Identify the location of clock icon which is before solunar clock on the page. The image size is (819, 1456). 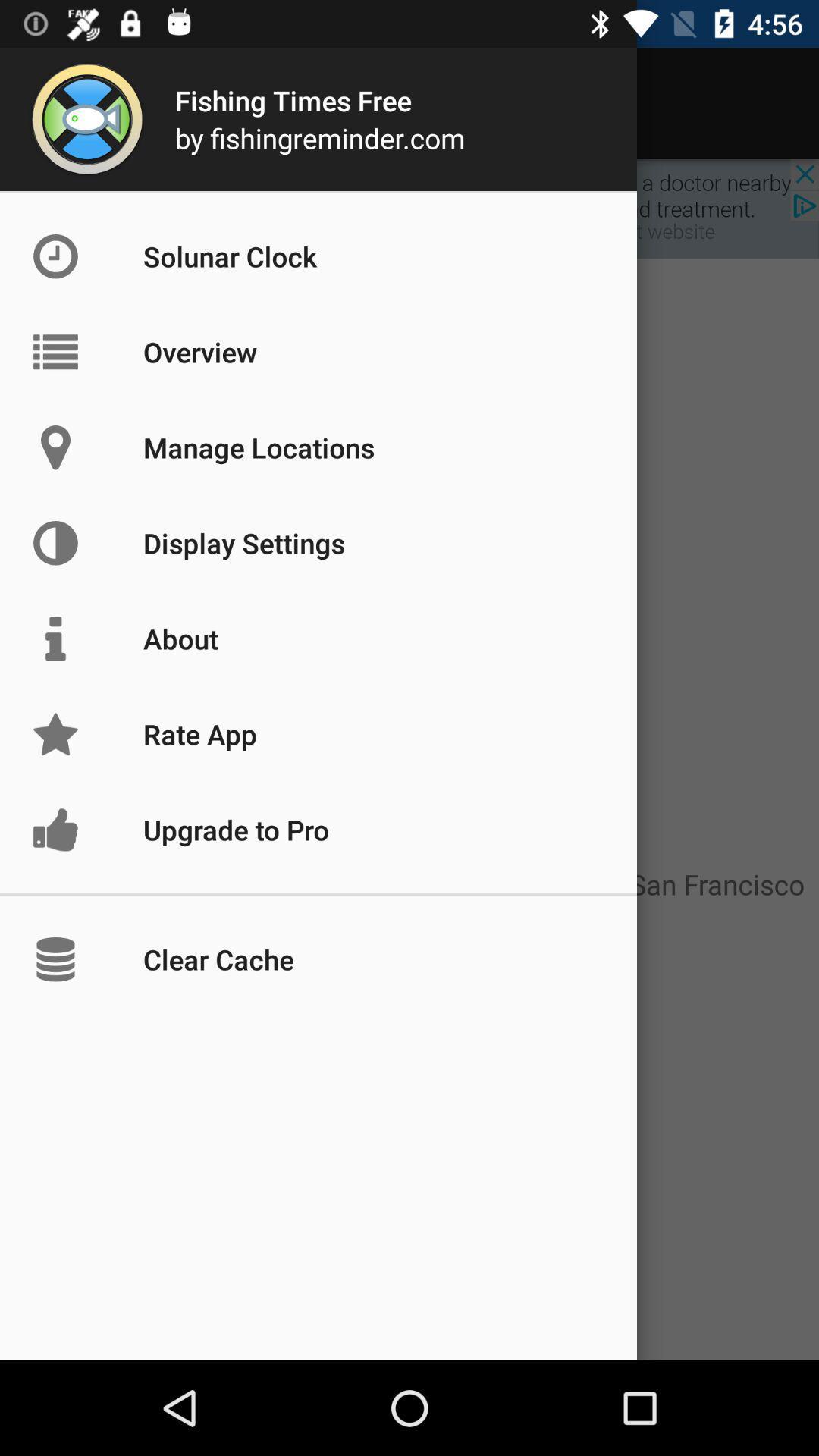
(87, 256).